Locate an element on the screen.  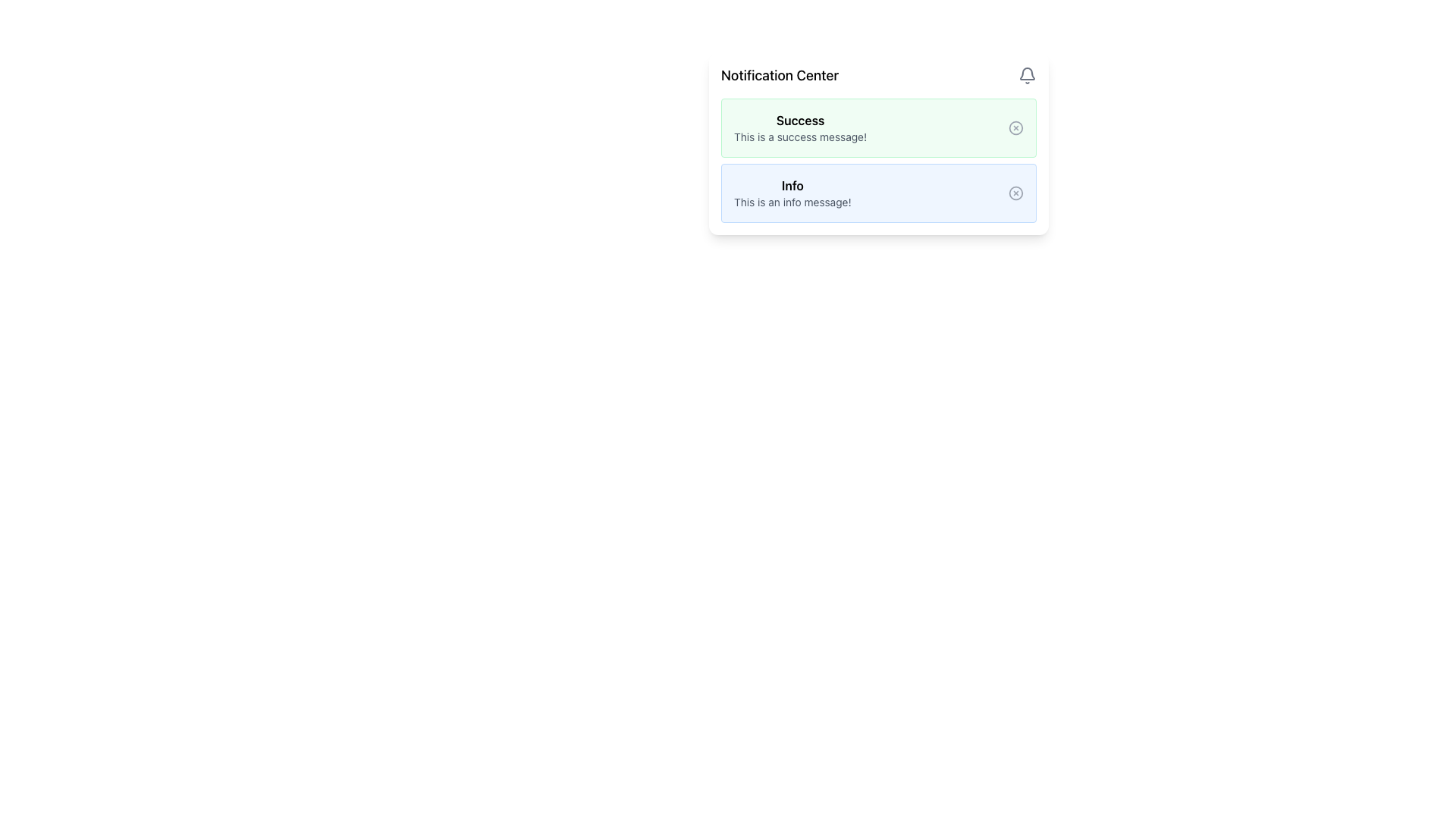
'Info' text label that is styled in bold and located at the top-left corner of the informational box, preceding the message 'This is an info message!' is located at coordinates (792, 185).